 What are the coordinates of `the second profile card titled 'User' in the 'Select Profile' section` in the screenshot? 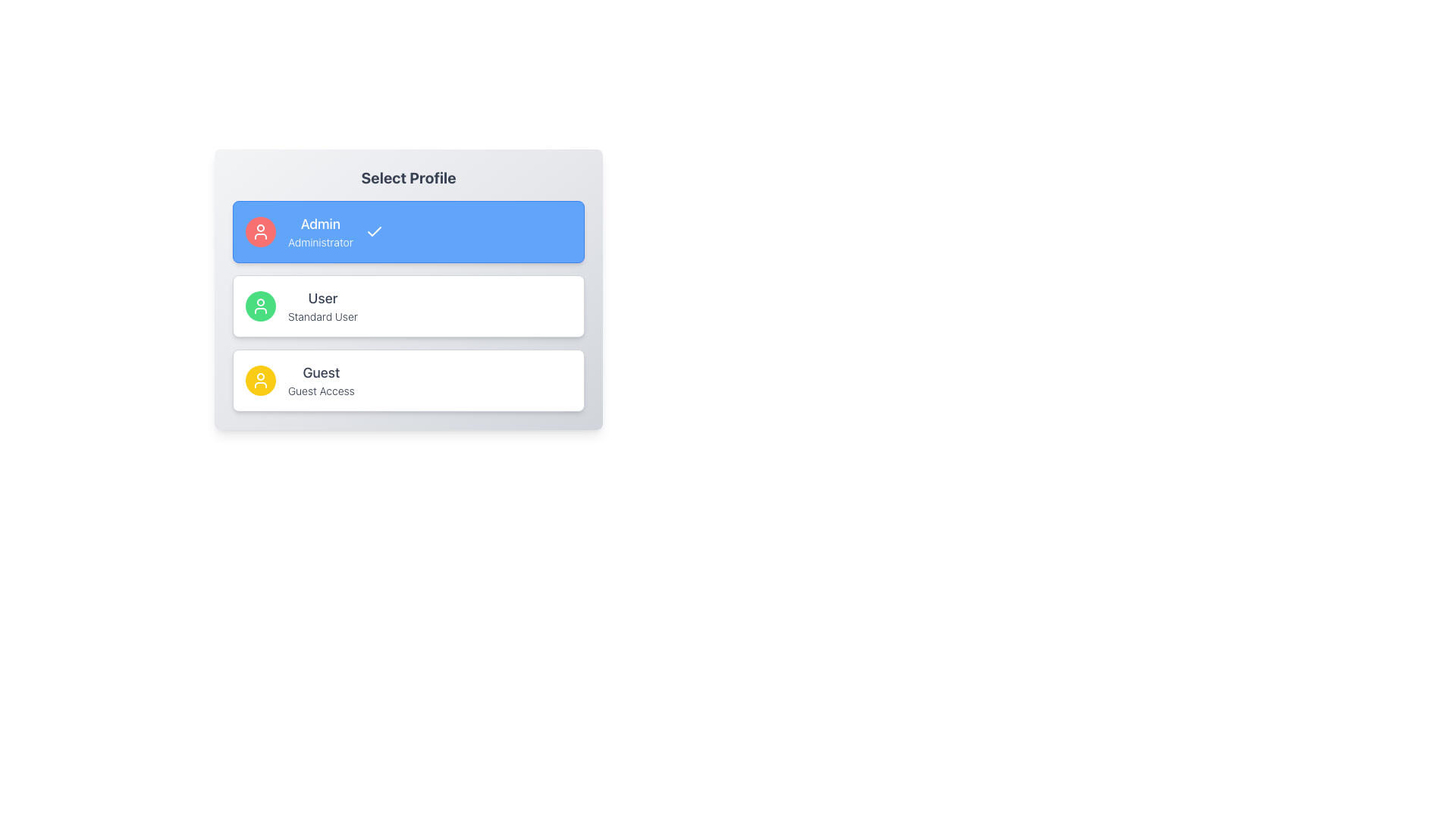 It's located at (408, 289).